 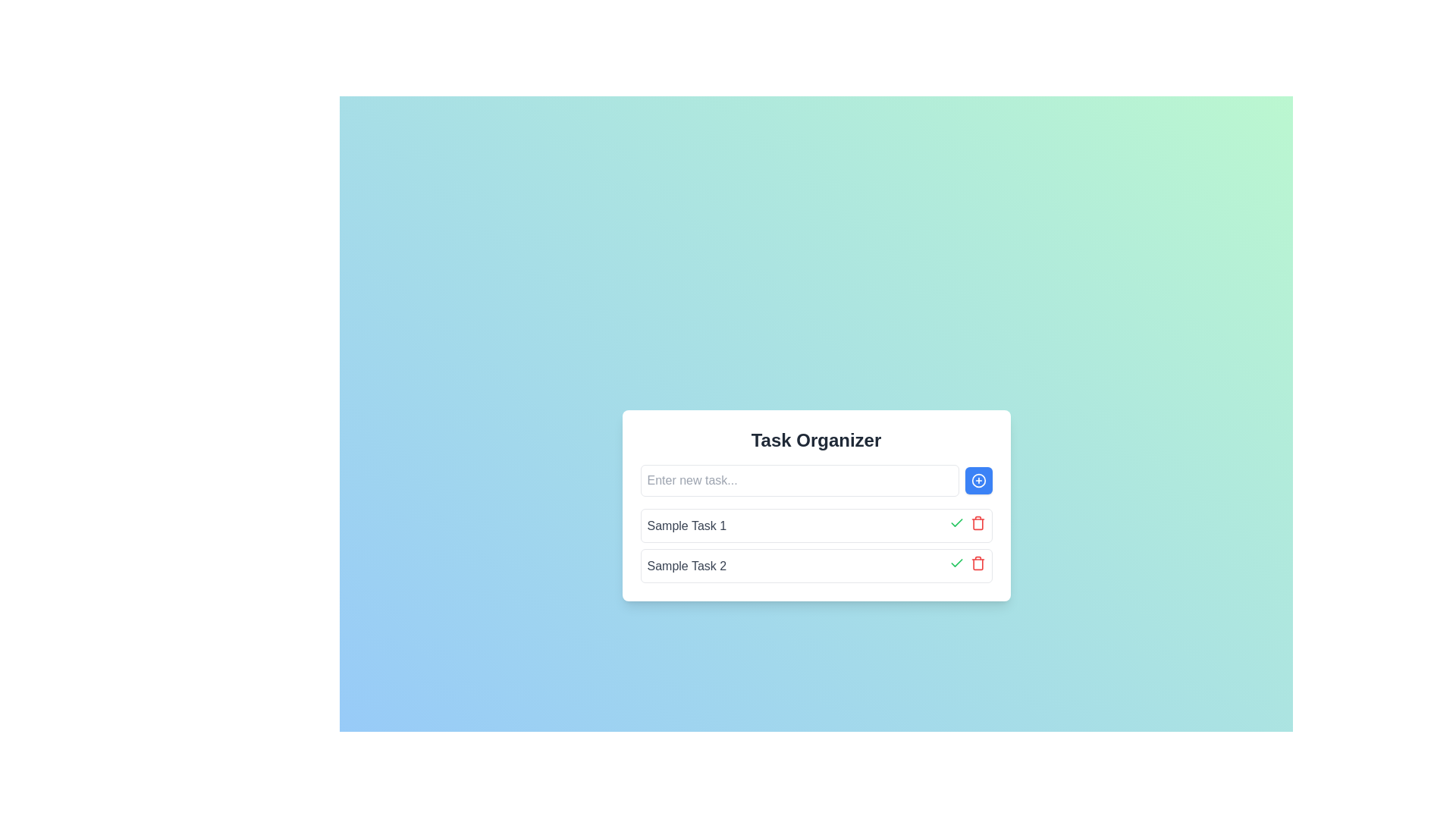 What do you see at coordinates (955, 563) in the screenshot?
I see `the interactive icon/button` at bounding box center [955, 563].